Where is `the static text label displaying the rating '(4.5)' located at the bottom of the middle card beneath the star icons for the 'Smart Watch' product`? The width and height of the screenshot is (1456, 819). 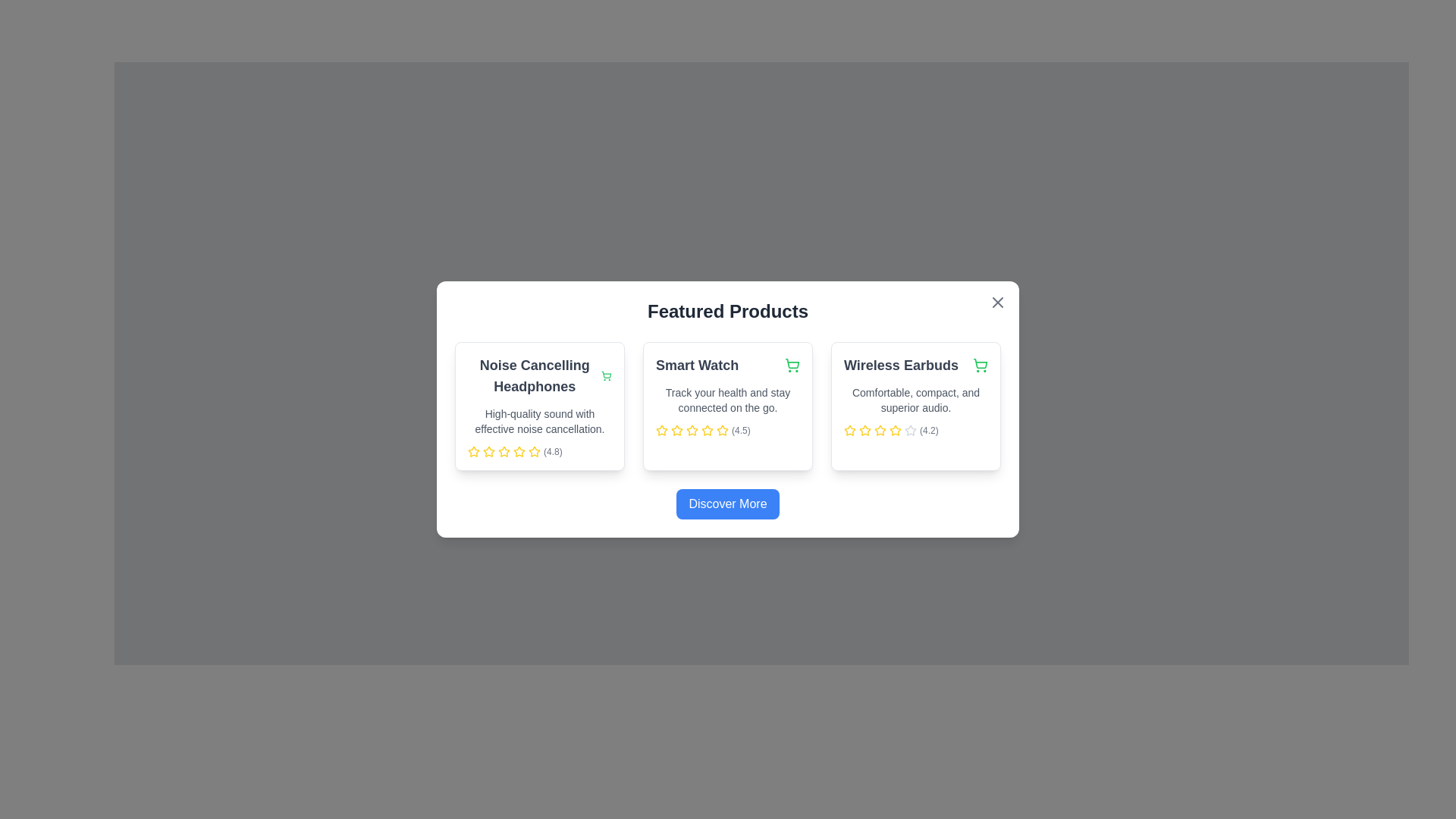
the static text label displaying the rating '(4.5)' located at the bottom of the middle card beneath the star icons for the 'Smart Watch' product is located at coordinates (741, 430).